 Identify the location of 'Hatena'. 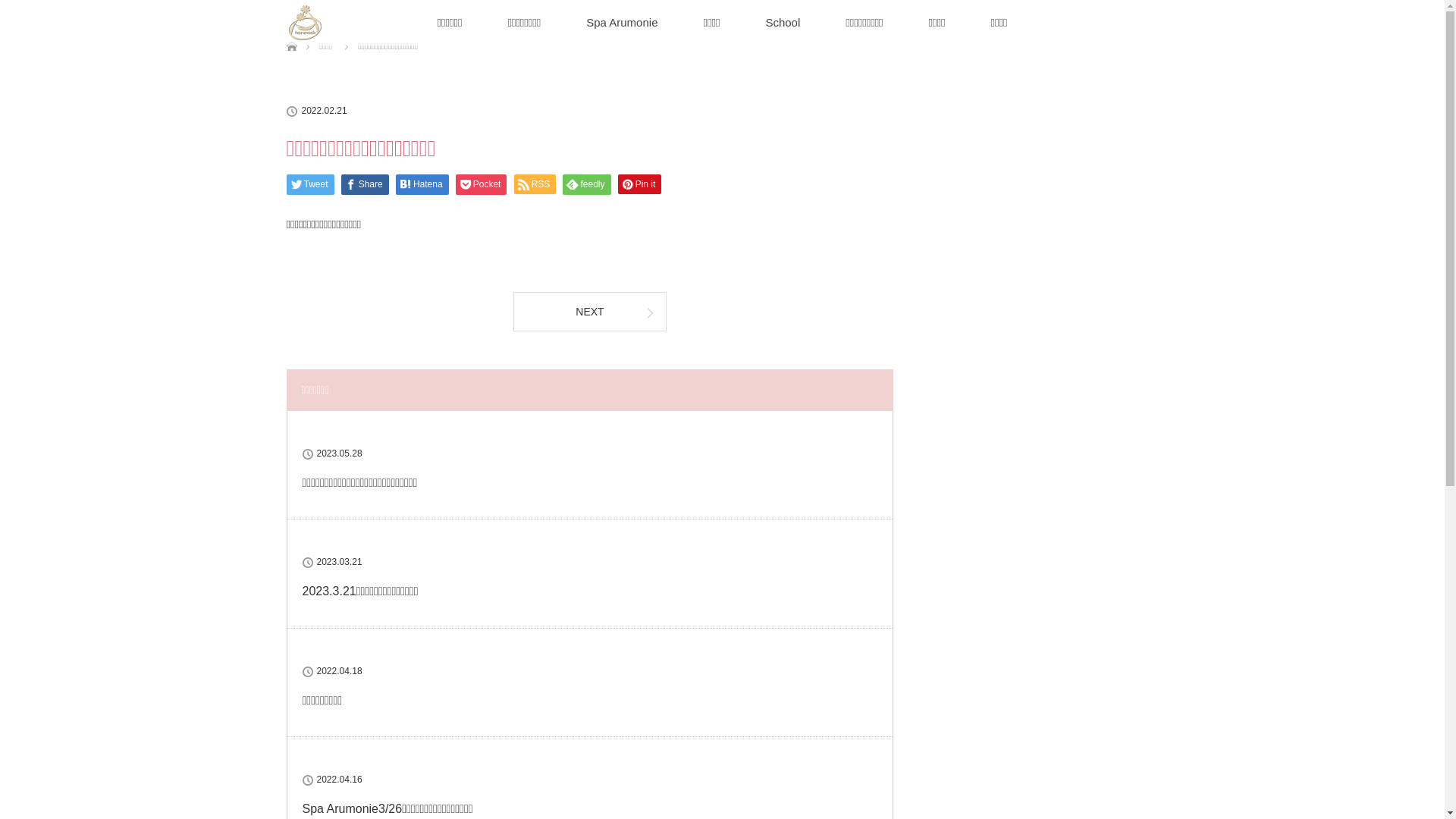
(396, 184).